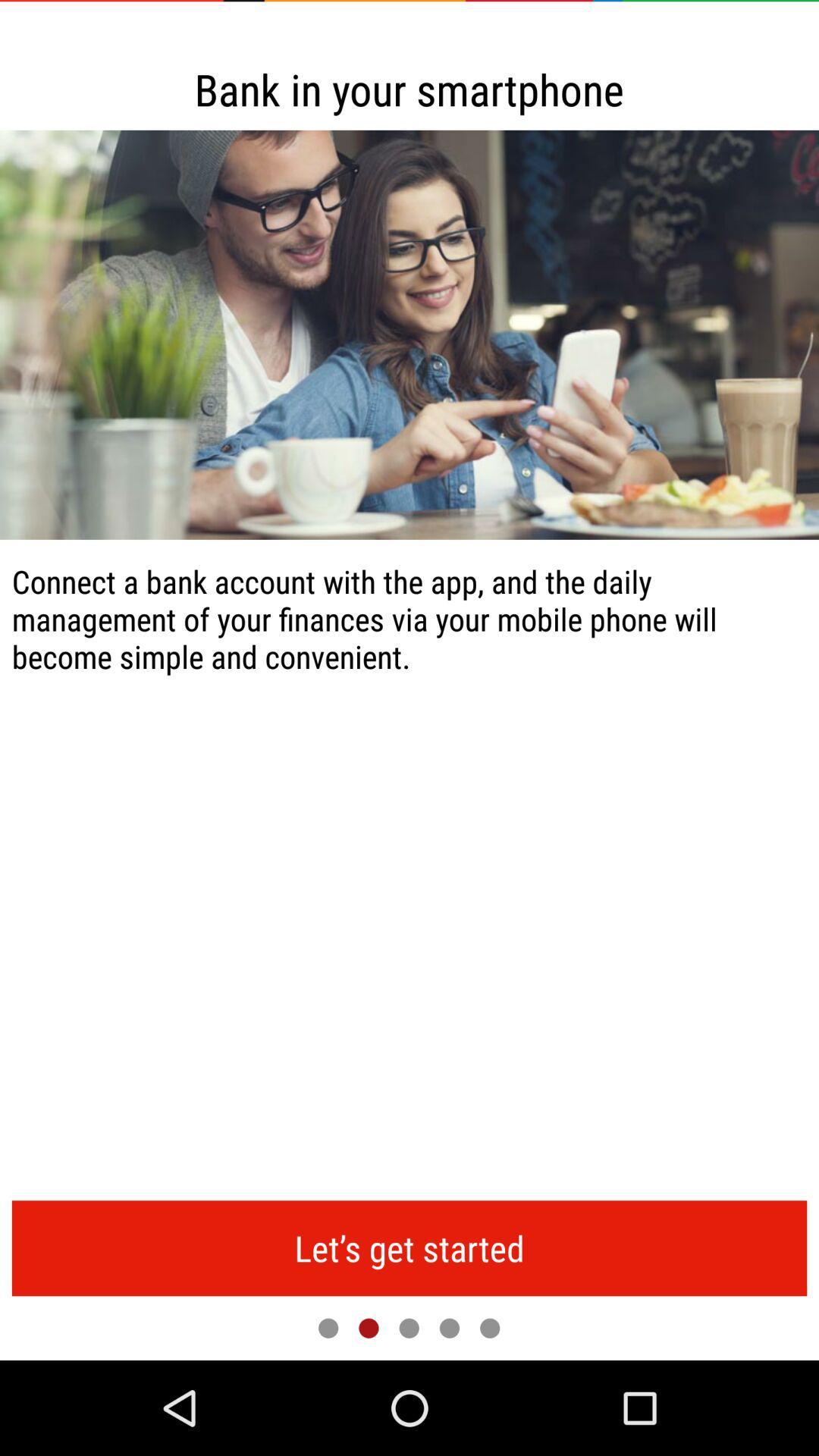 This screenshot has width=819, height=1456. Describe the element at coordinates (409, 1248) in the screenshot. I see `let s get` at that location.